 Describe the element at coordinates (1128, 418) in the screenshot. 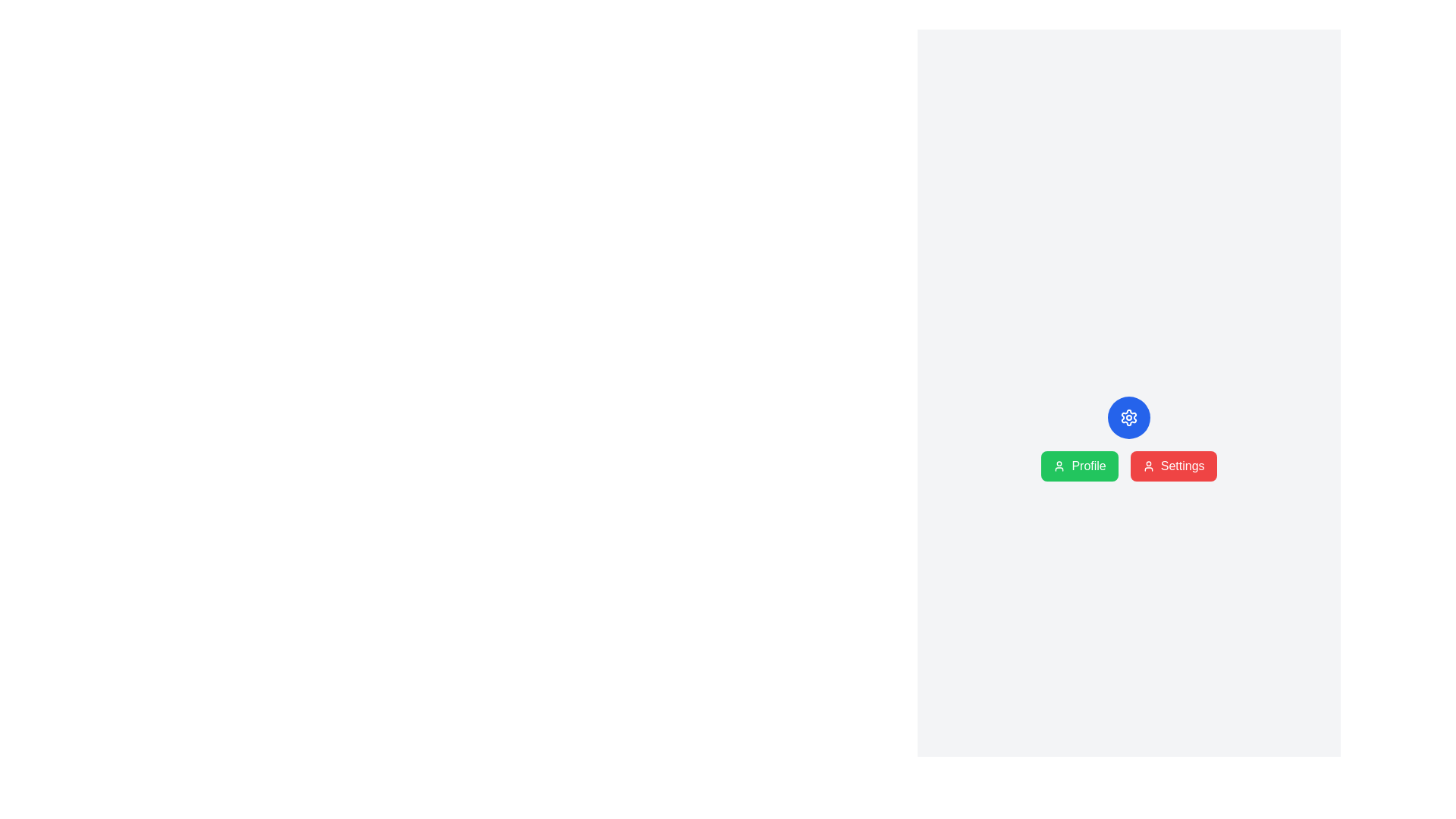

I see `the gear icon representing the settings function, located at the center of the blue circular button labeled 'Configure Settings'` at that location.